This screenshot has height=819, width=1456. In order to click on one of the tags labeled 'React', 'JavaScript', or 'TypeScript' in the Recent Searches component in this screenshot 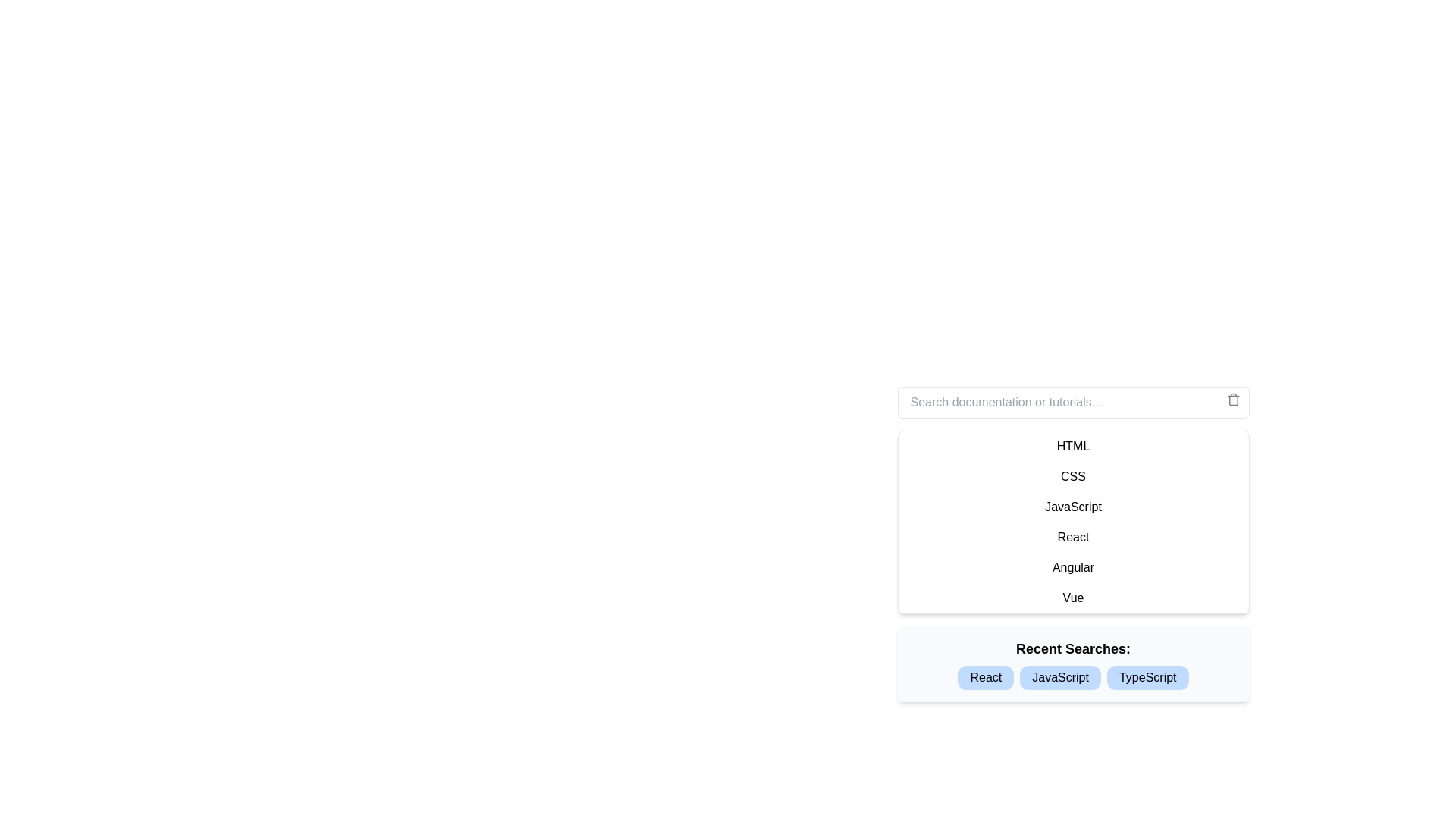, I will do `click(1072, 663)`.